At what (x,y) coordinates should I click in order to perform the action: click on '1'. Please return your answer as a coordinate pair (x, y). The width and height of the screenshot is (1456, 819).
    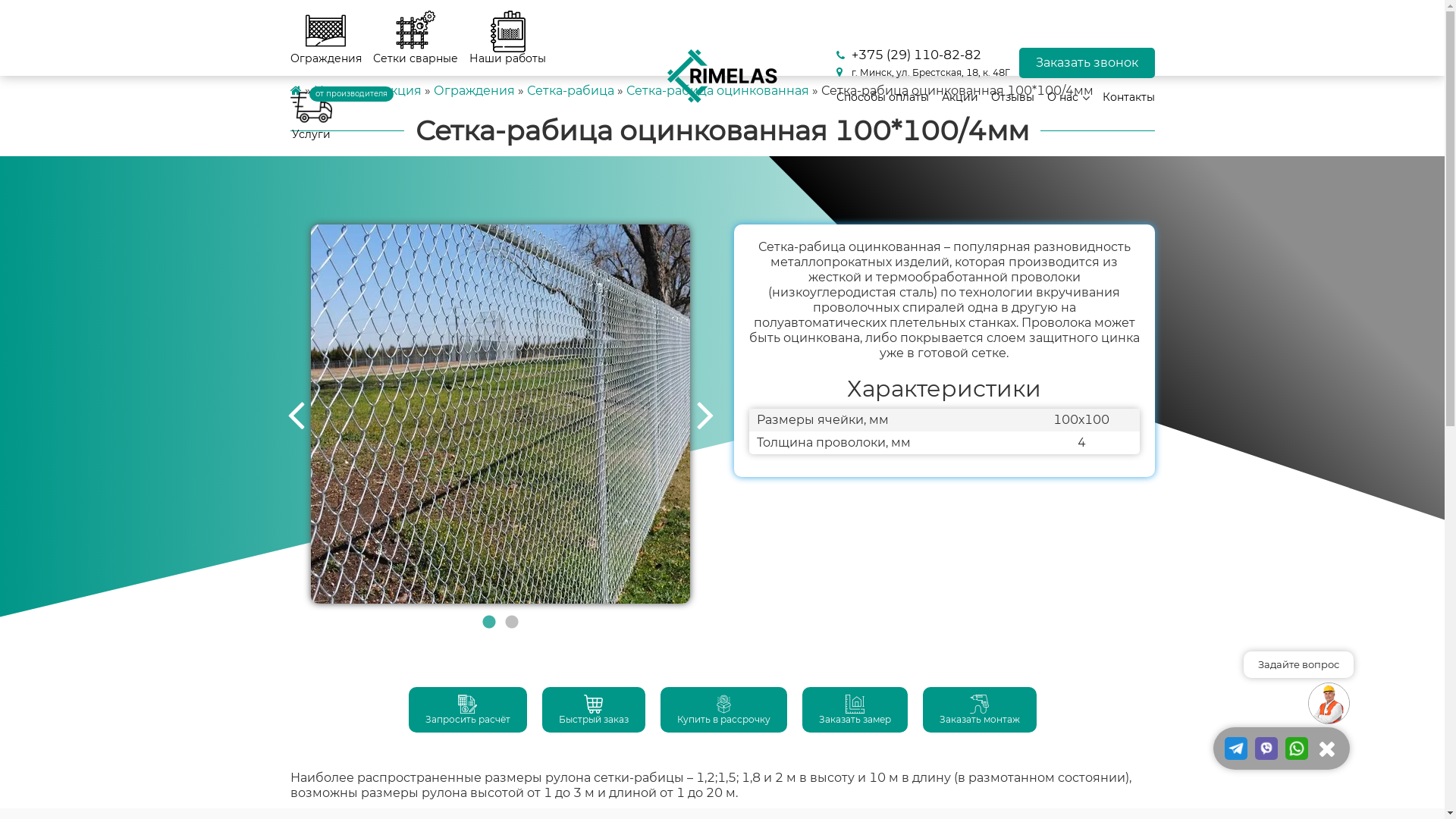
    Looking at the image, I should click on (488, 623).